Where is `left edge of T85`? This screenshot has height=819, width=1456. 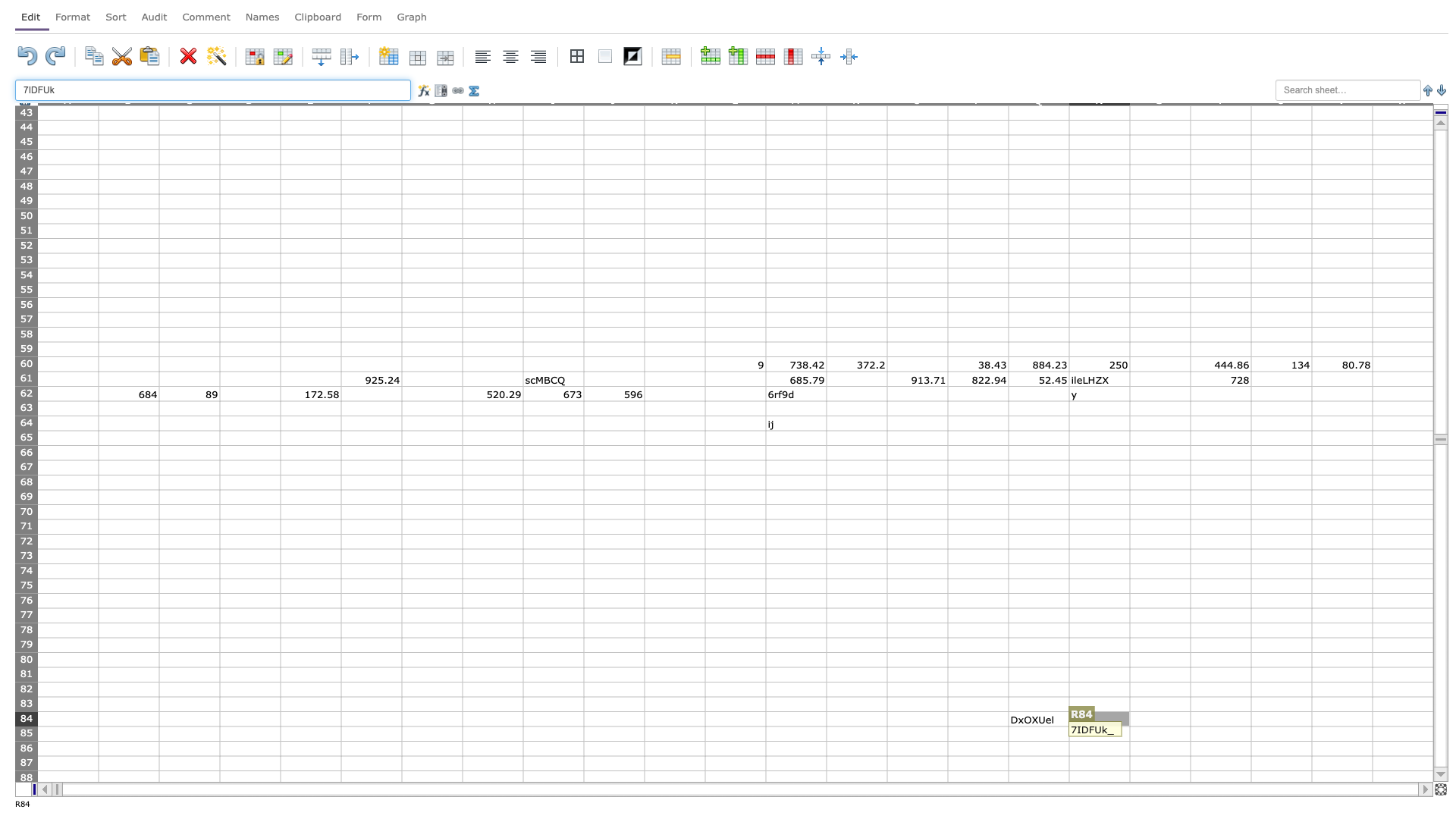 left edge of T85 is located at coordinates (1189, 733).